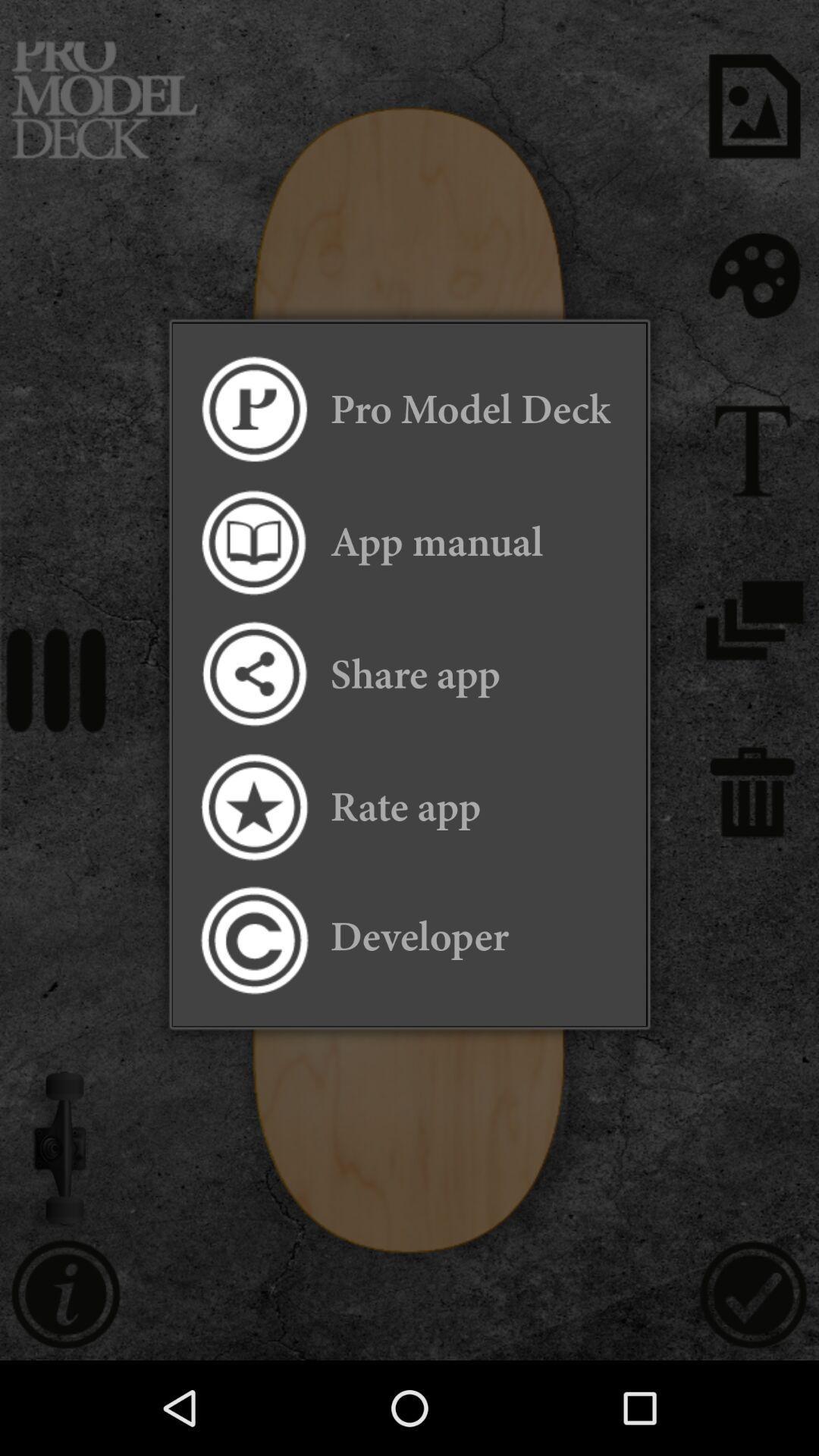 The image size is (819, 1456). Describe the element at coordinates (253, 673) in the screenshot. I see `share this app` at that location.